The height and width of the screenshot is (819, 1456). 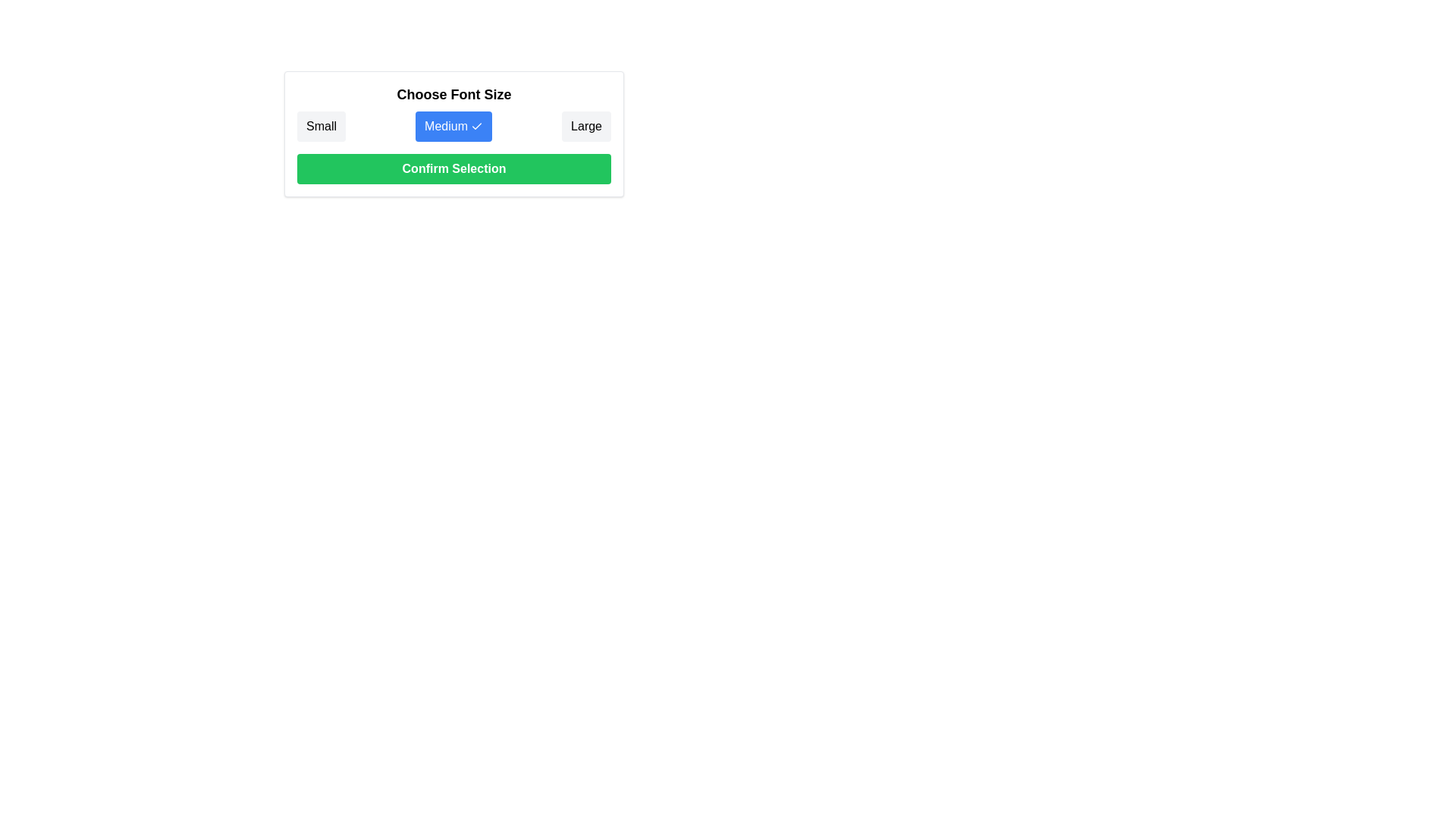 What do you see at coordinates (453, 169) in the screenshot?
I see `the button that confirms the selection of a font size located at the bottom of the 'Choose Font Size' section` at bounding box center [453, 169].